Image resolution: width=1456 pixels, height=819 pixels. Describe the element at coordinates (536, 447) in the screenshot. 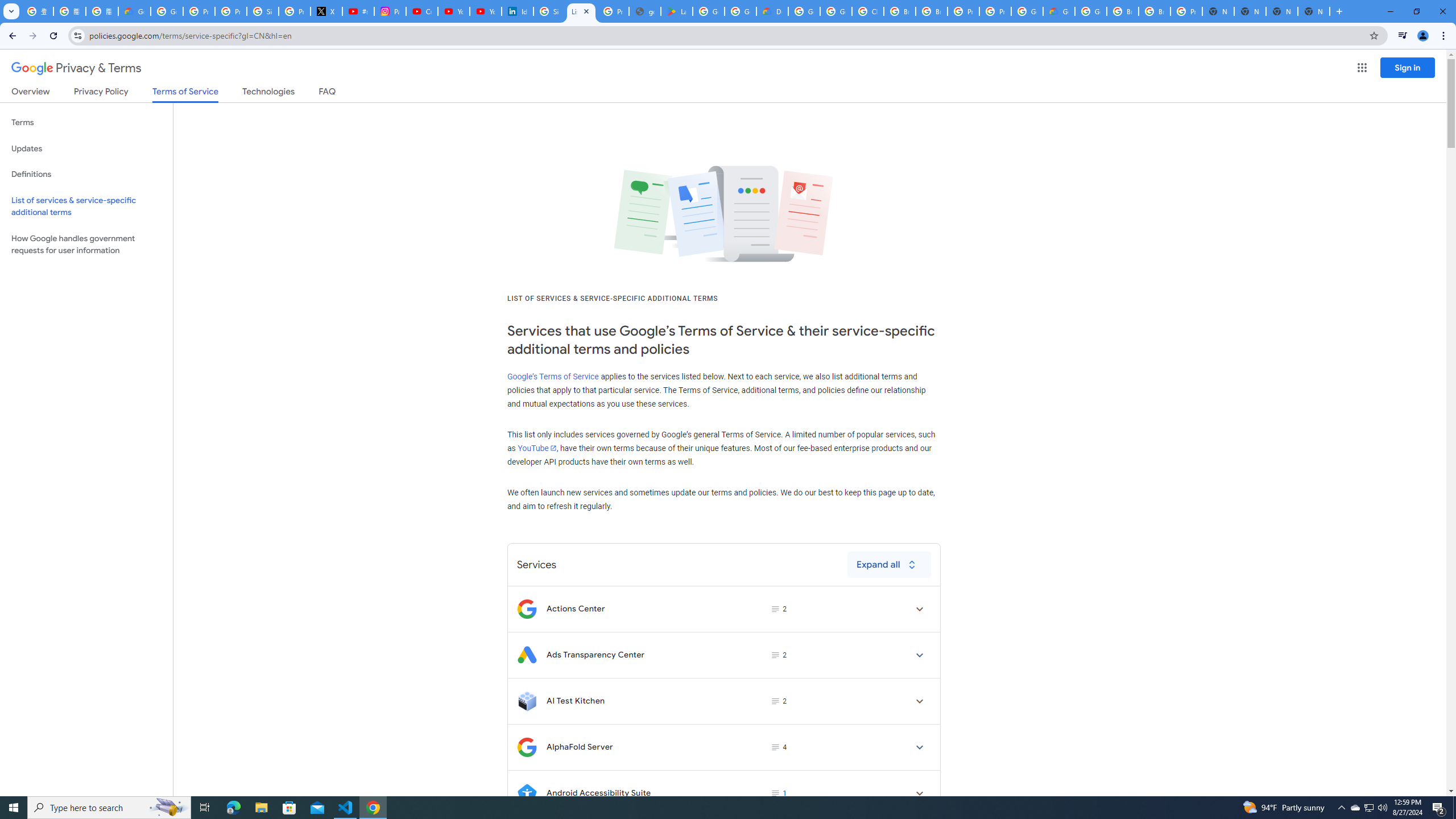

I see `'YouTube'` at that location.